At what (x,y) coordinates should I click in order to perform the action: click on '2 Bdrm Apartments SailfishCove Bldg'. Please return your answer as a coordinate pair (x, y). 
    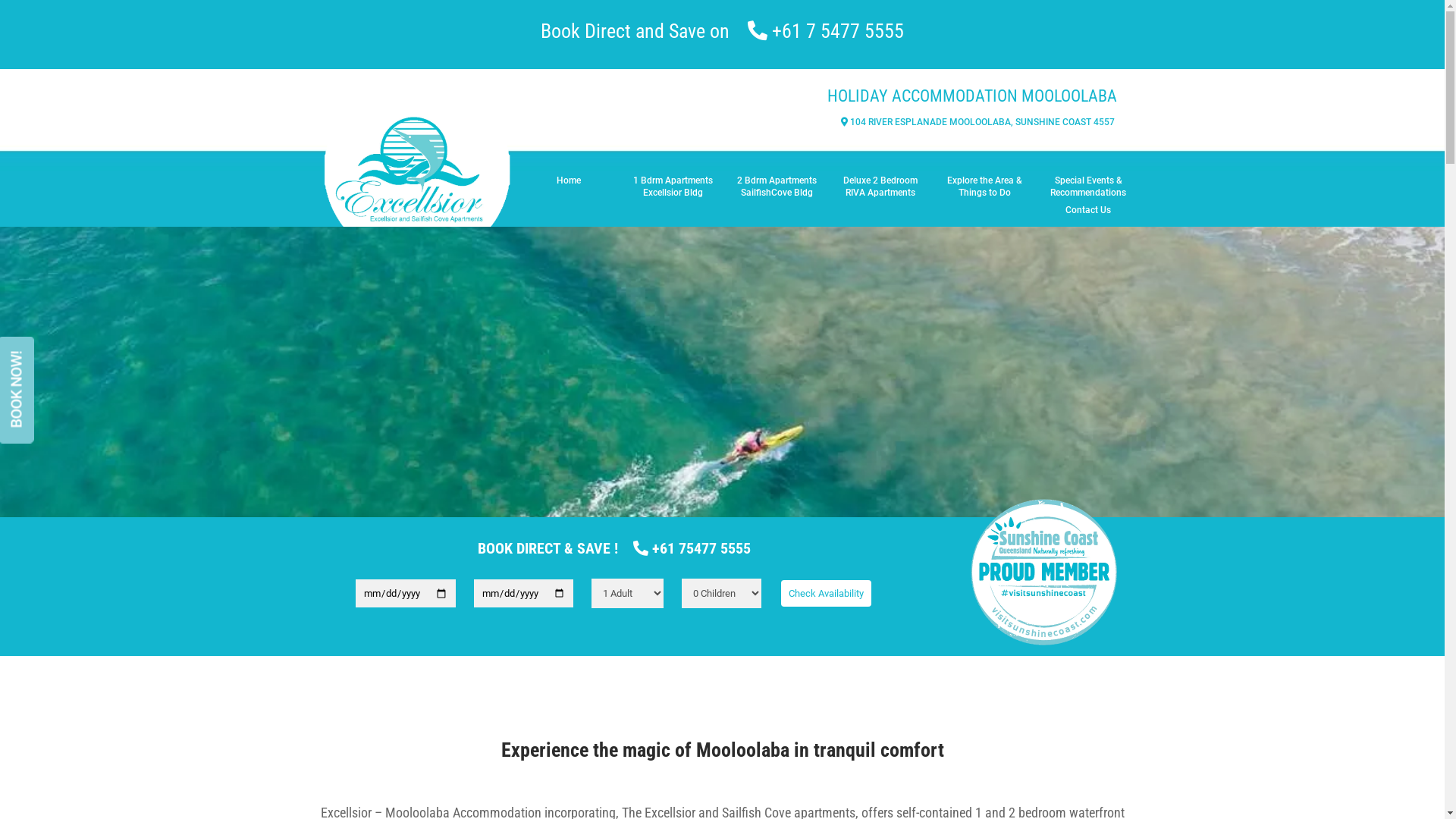
    Looking at the image, I should click on (776, 186).